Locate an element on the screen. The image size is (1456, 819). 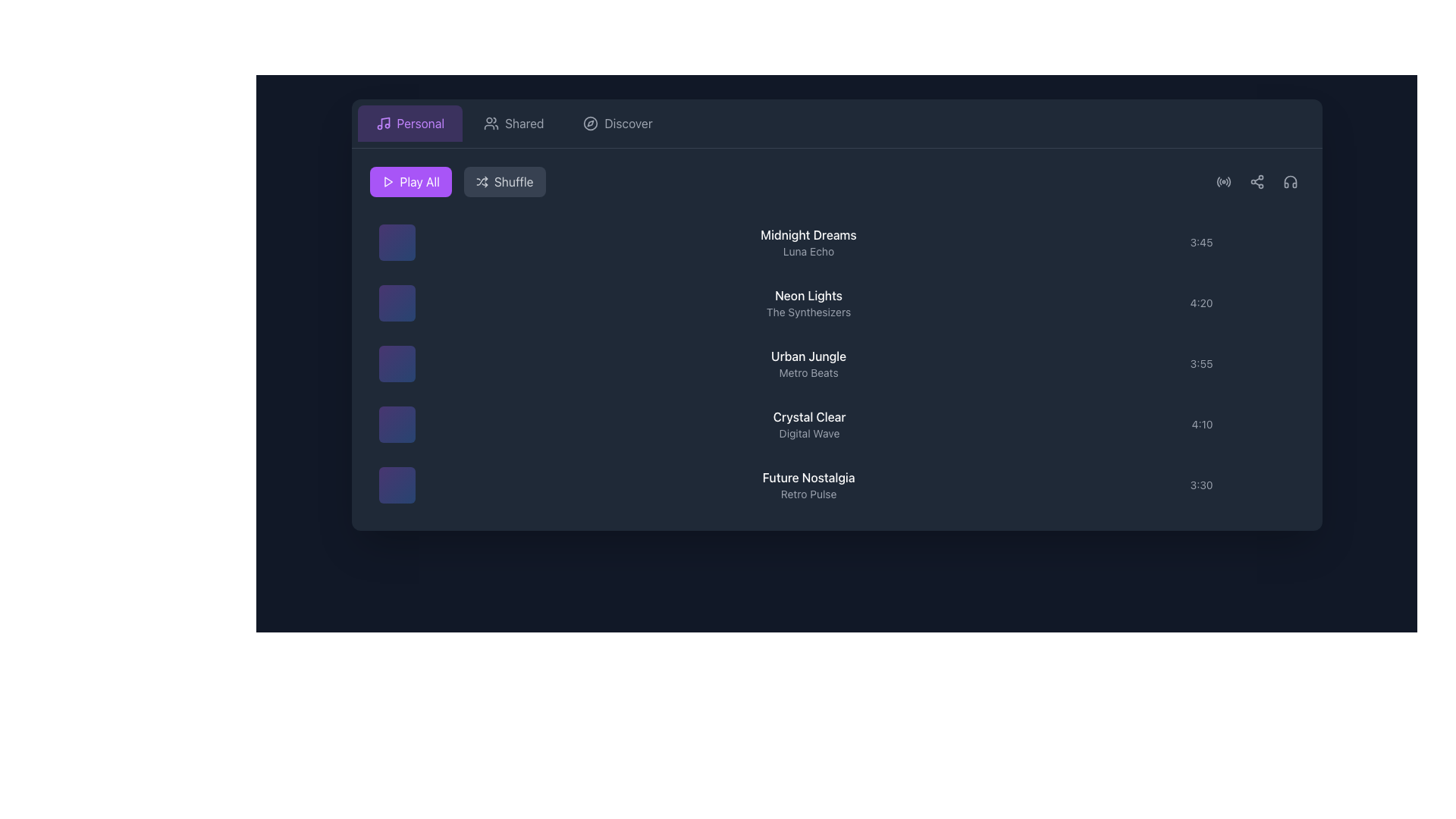
the 'Discover' icon located in the navigation bar, which symbolizes exploration features is located at coordinates (590, 122).